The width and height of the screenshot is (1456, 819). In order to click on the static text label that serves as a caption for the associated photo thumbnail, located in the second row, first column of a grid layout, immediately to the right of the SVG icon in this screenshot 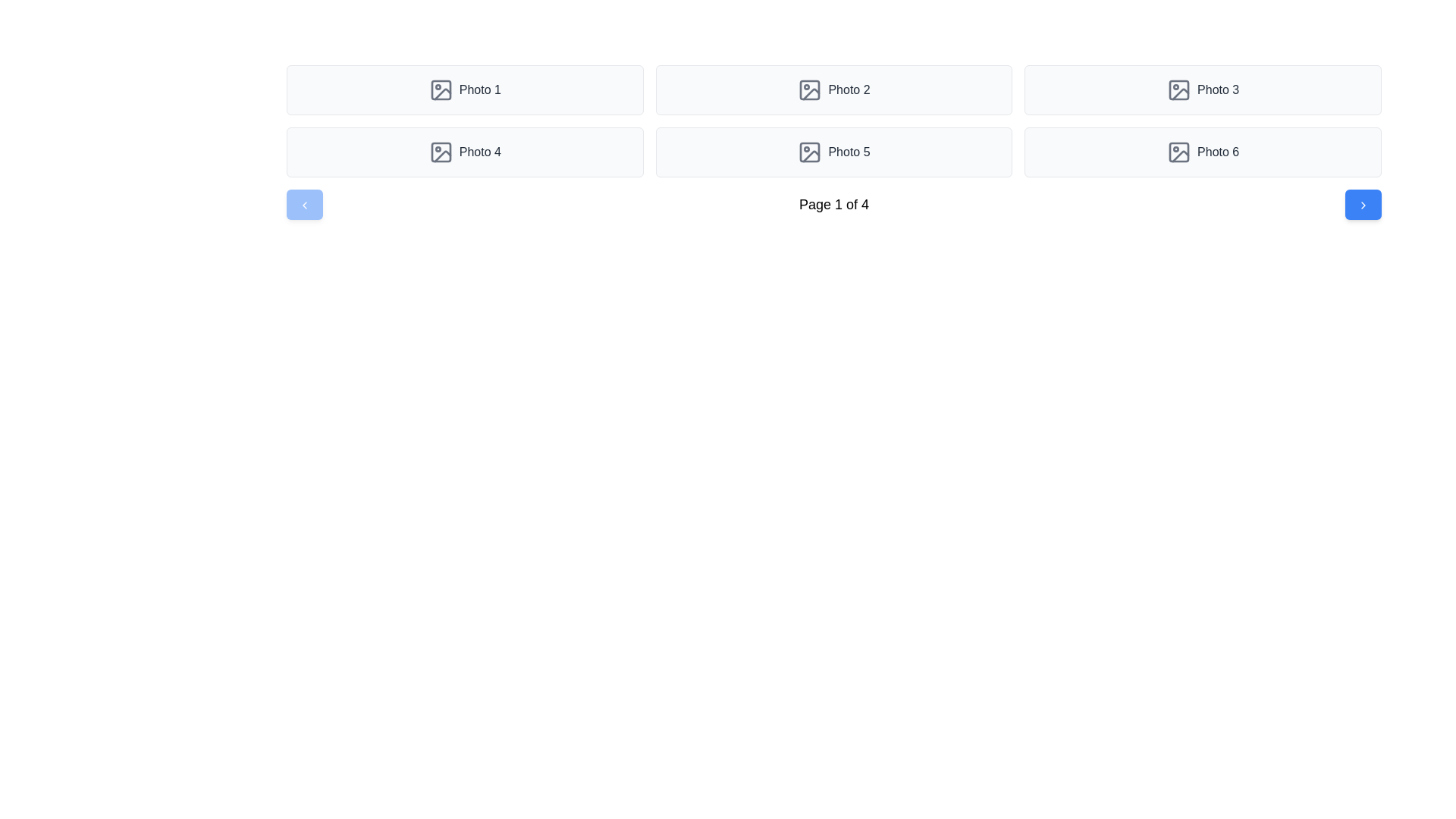, I will do `click(479, 152)`.